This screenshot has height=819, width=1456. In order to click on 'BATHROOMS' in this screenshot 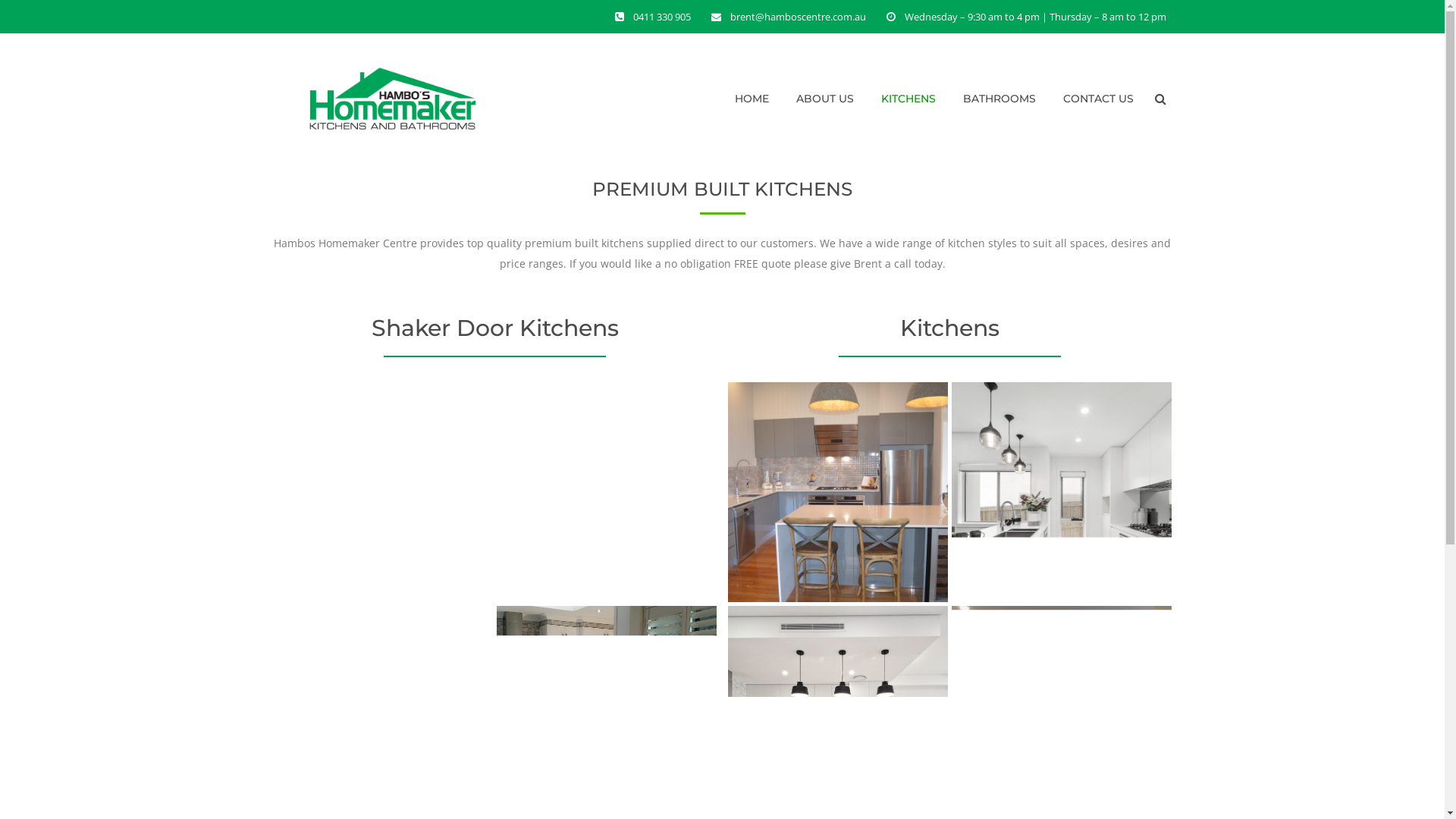, I will do `click(999, 99)`.